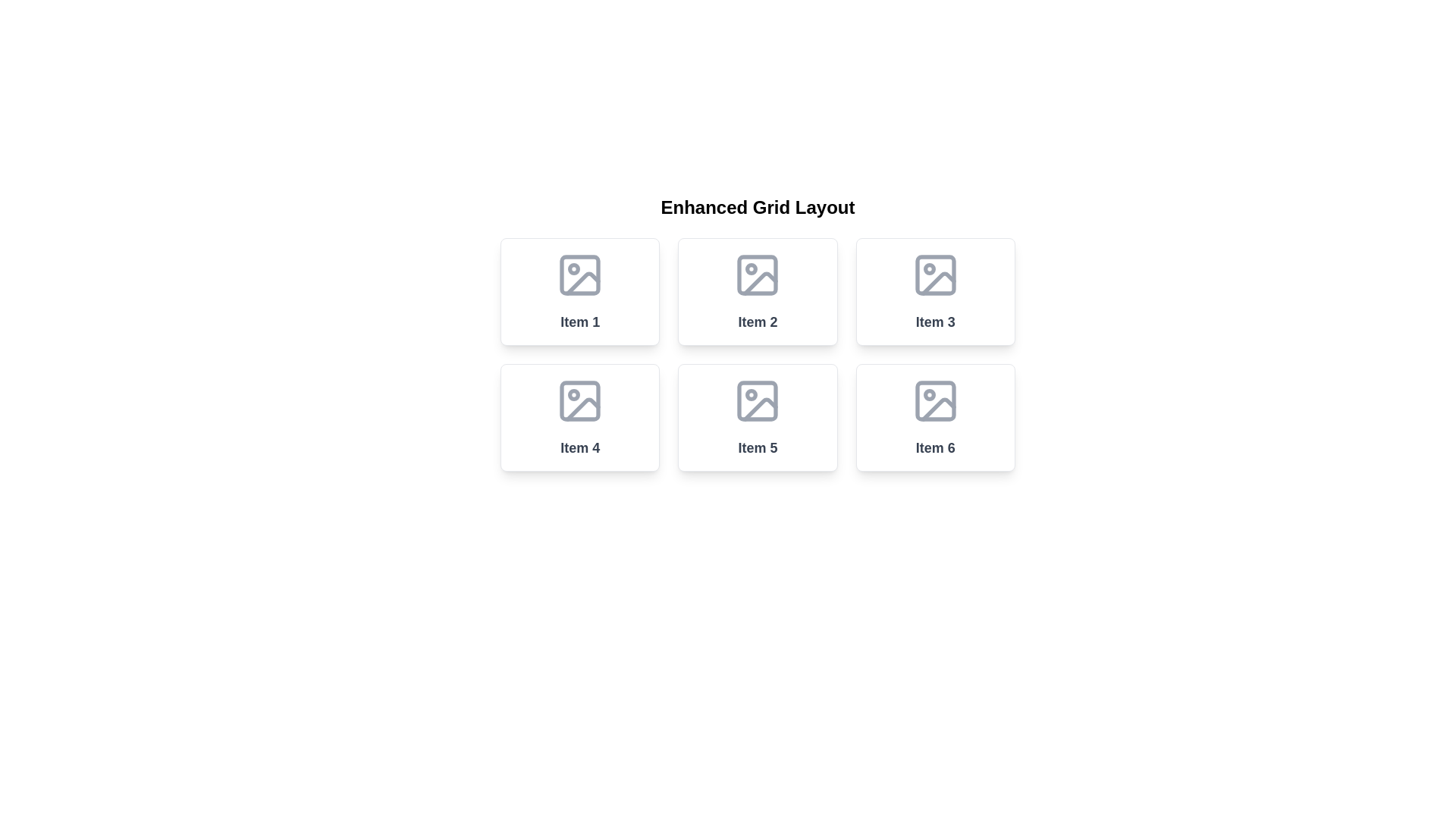 The width and height of the screenshot is (1456, 819). What do you see at coordinates (761, 284) in the screenshot?
I see `the decorative vector graphic element, which is a diagonal line located in the middle column of the top row in the grid layout, specifically in 'Item 2' of the image placeholder icon` at bounding box center [761, 284].